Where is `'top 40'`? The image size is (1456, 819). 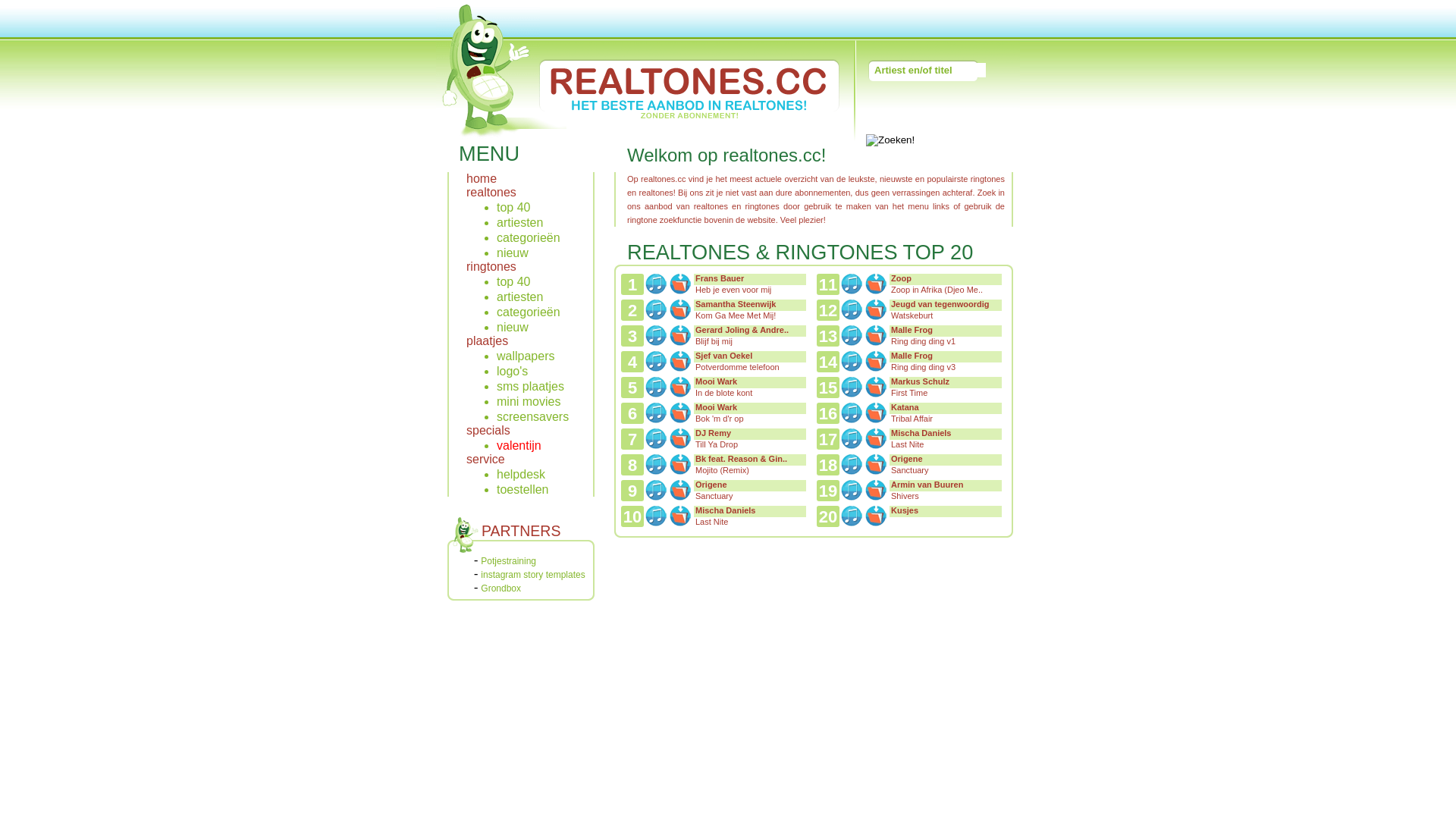 'top 40' is located at coordinates (513, 207).